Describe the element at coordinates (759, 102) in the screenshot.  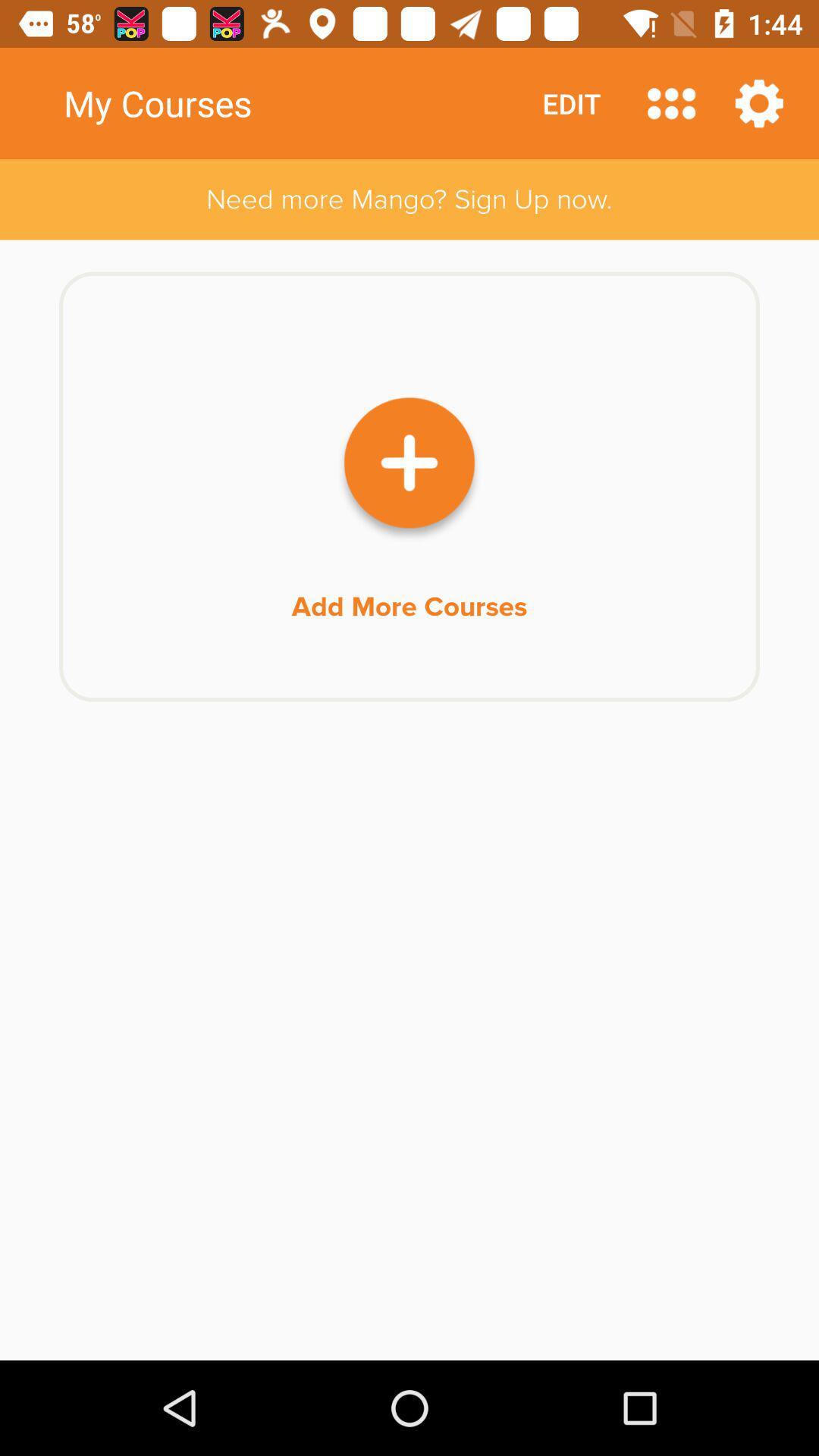
I see `item above the need more mango` at that location.